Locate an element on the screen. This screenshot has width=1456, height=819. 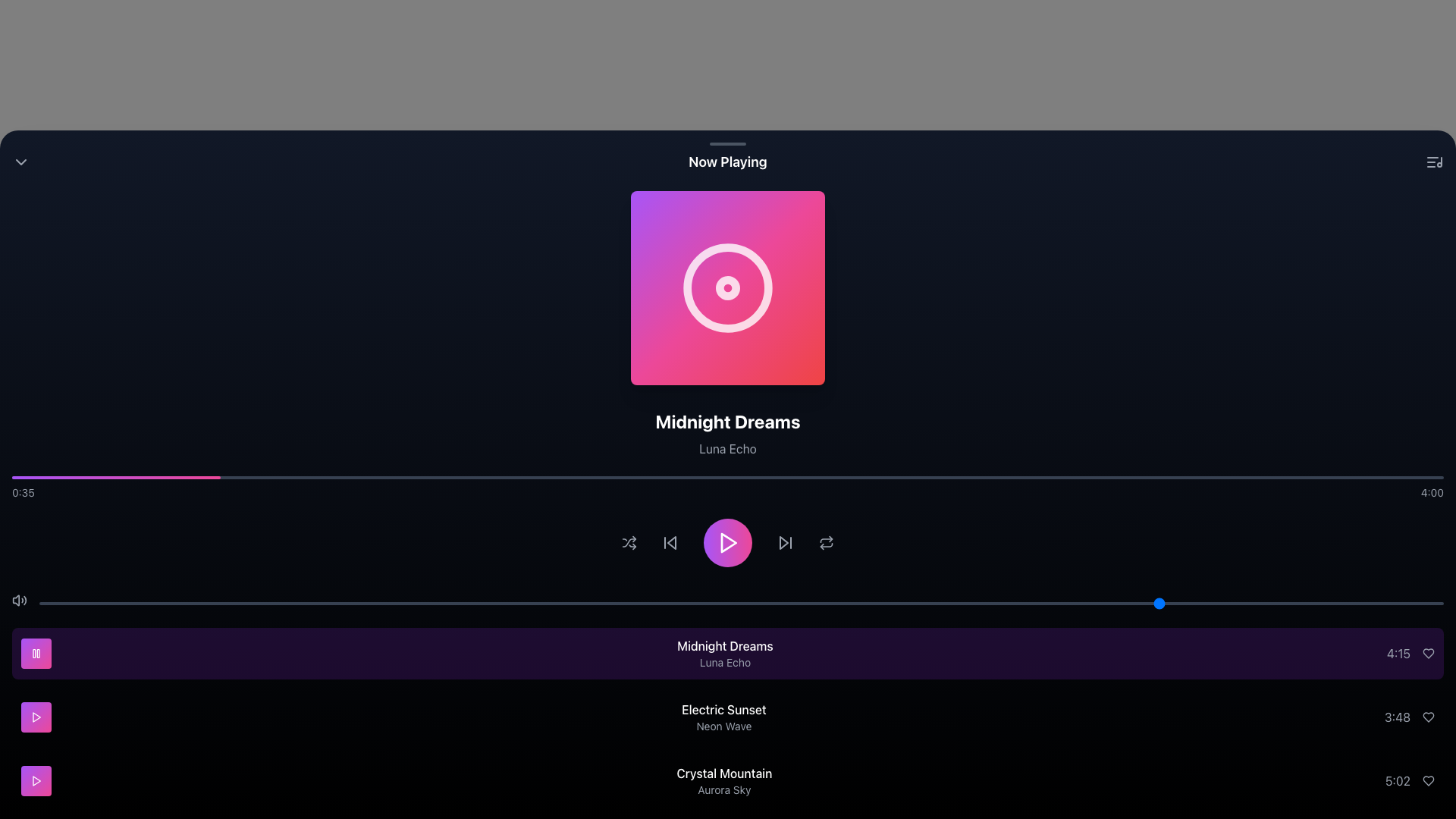
the progress bar that visually represents the progress of a media file, located centrally below the album information and above playback controls is located at coordinates (728, 476).